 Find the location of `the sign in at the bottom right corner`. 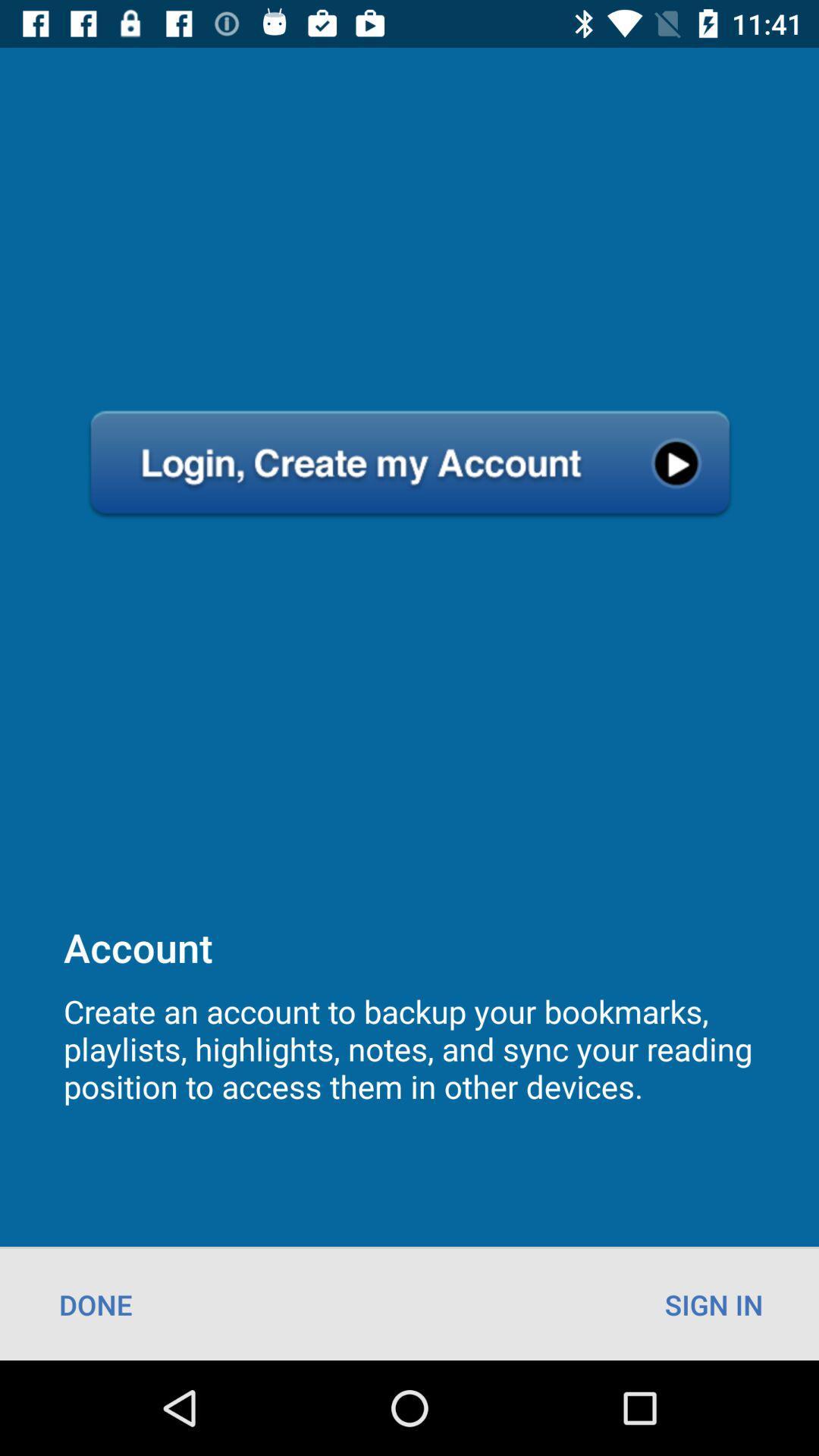

the sign in at the bottom right corner is located at coordinates (714, 1304).